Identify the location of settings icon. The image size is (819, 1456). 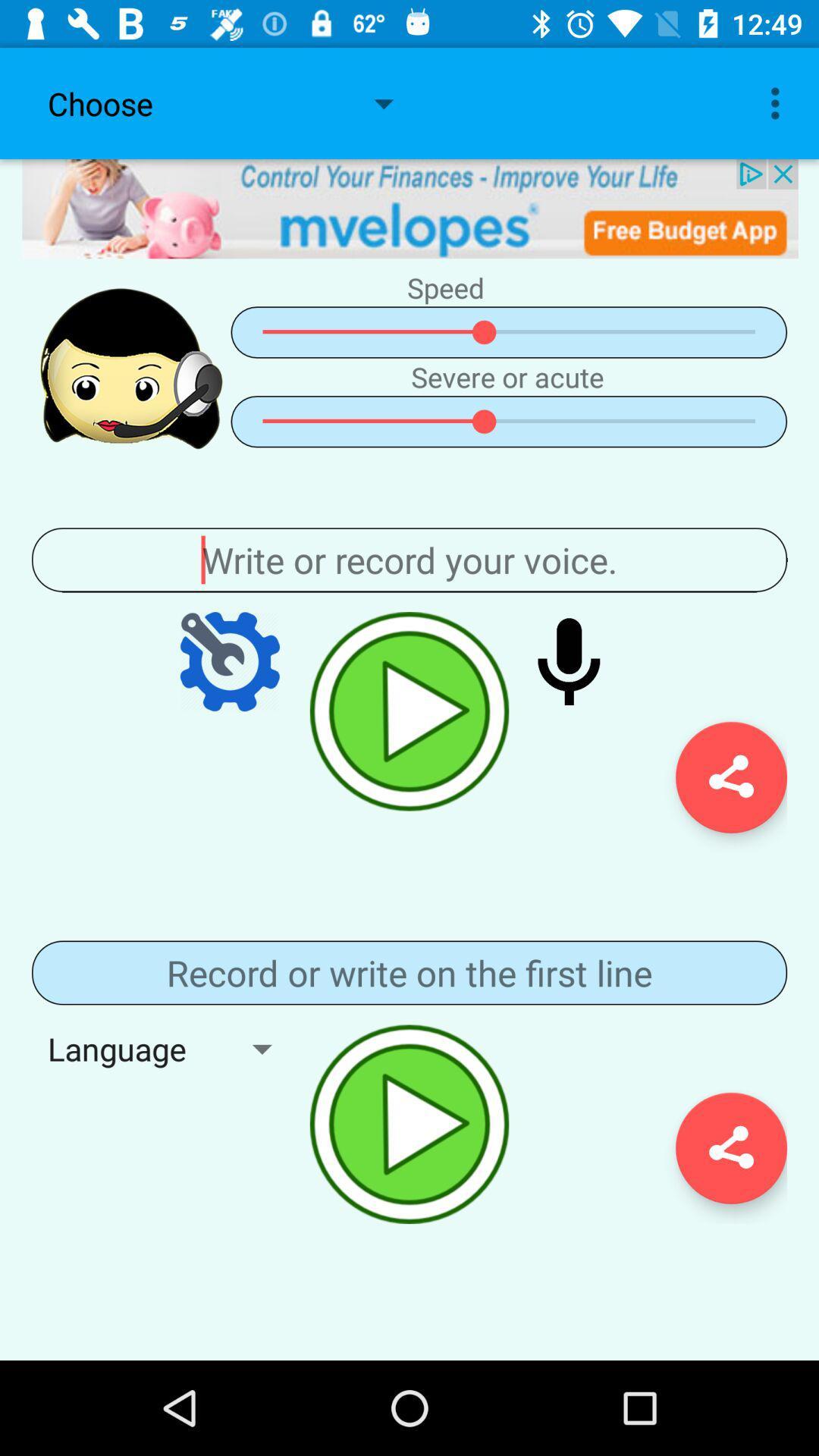
(730, 777).